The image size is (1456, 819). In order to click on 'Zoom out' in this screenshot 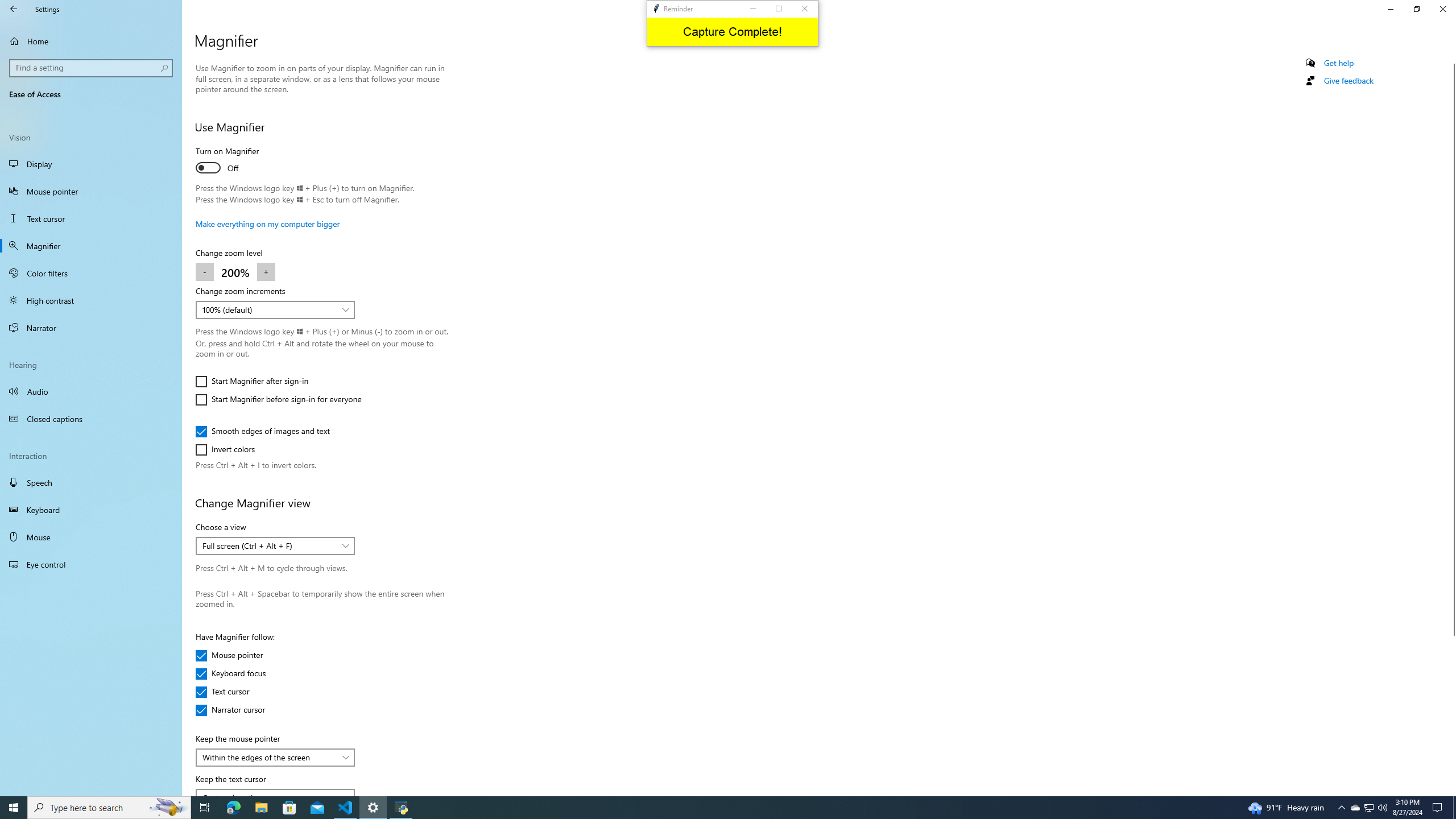, I will do `click(204, 272)`.